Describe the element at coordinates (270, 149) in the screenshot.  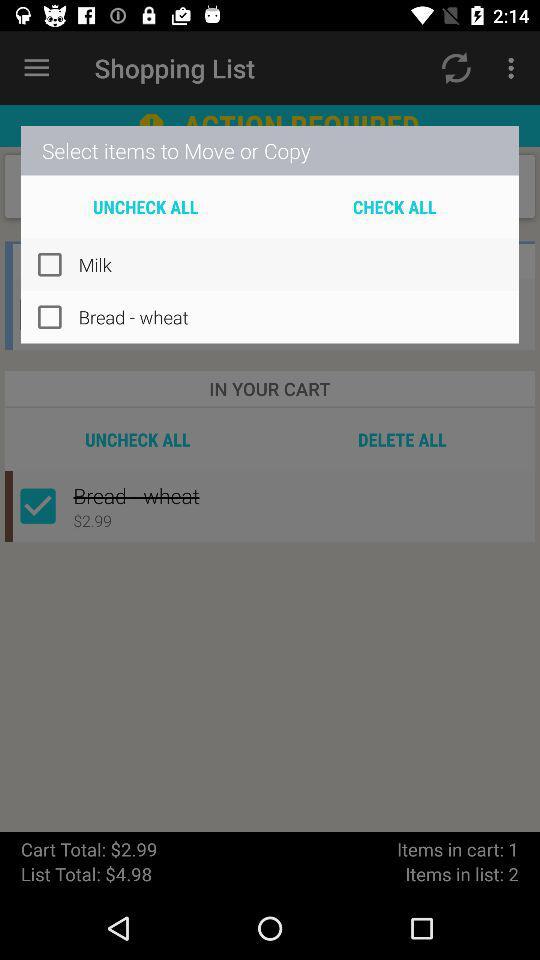
I see `the item above uncheck all icon` at that location.